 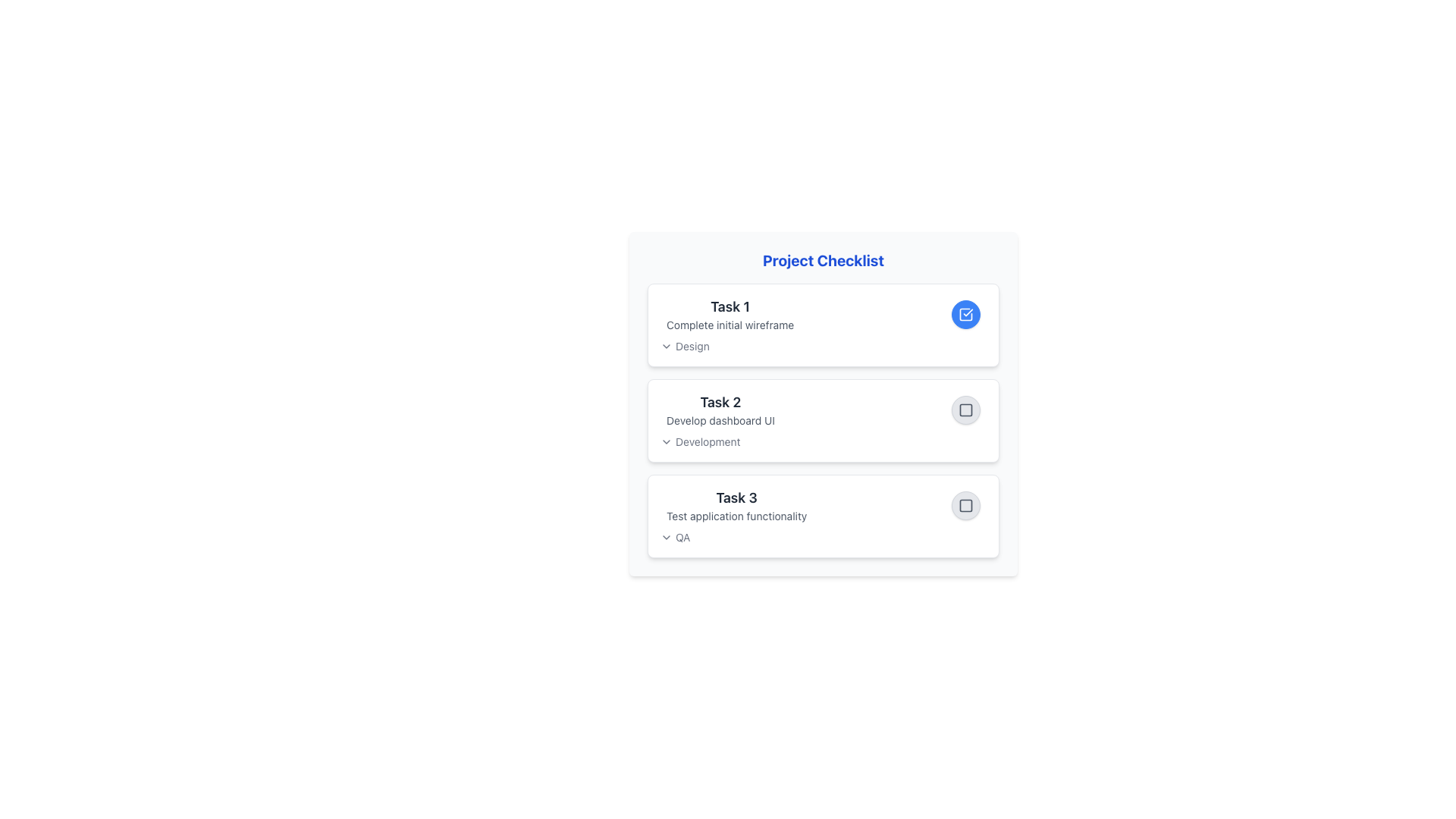 I want to click on the list item with checkbox for 'Task 3', so click(x=822, y=506).